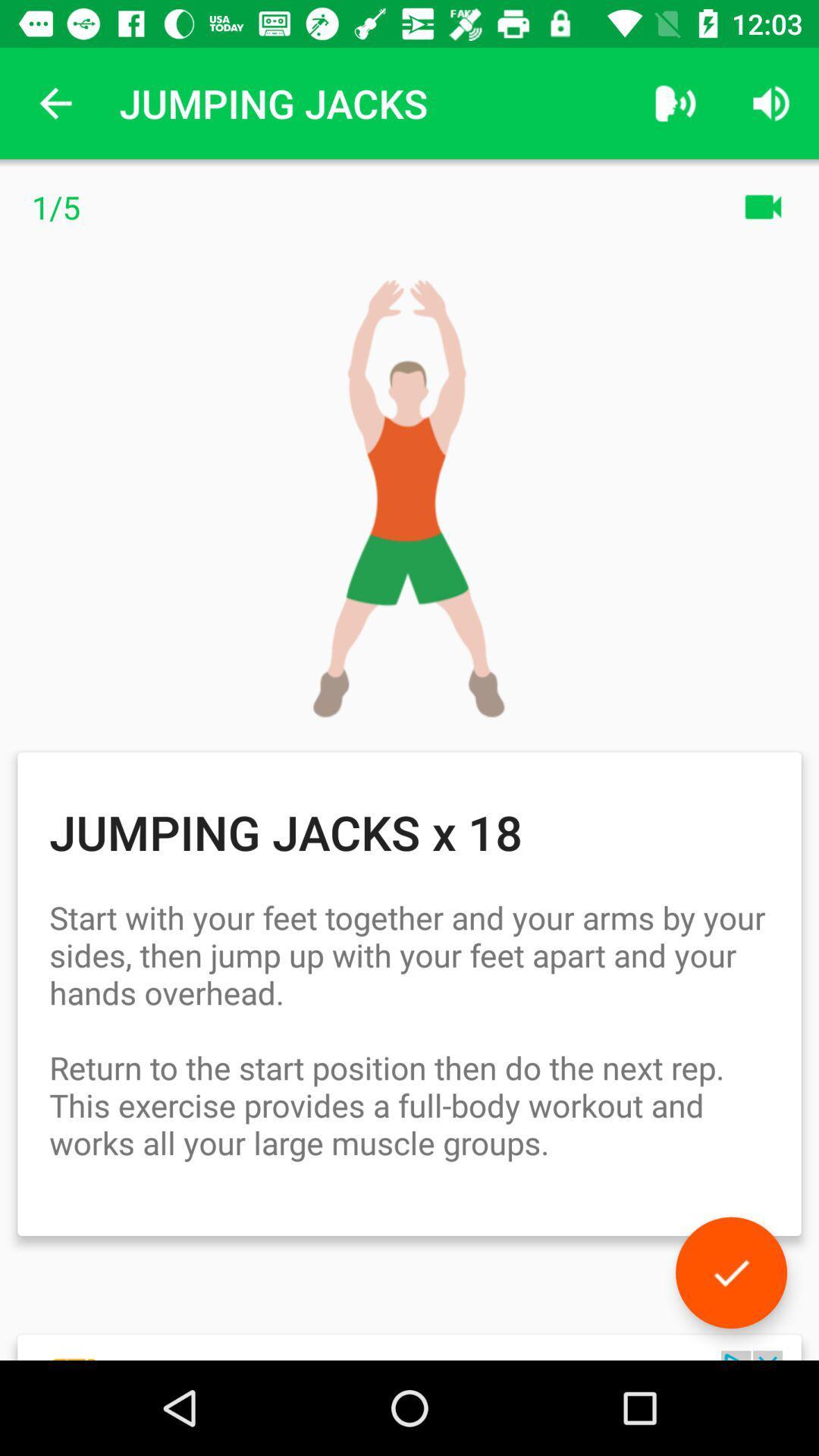 The width and height of the screenshot is (819, 1456). I want to click on the app to the right of jumping jacks, so click(675, 102).